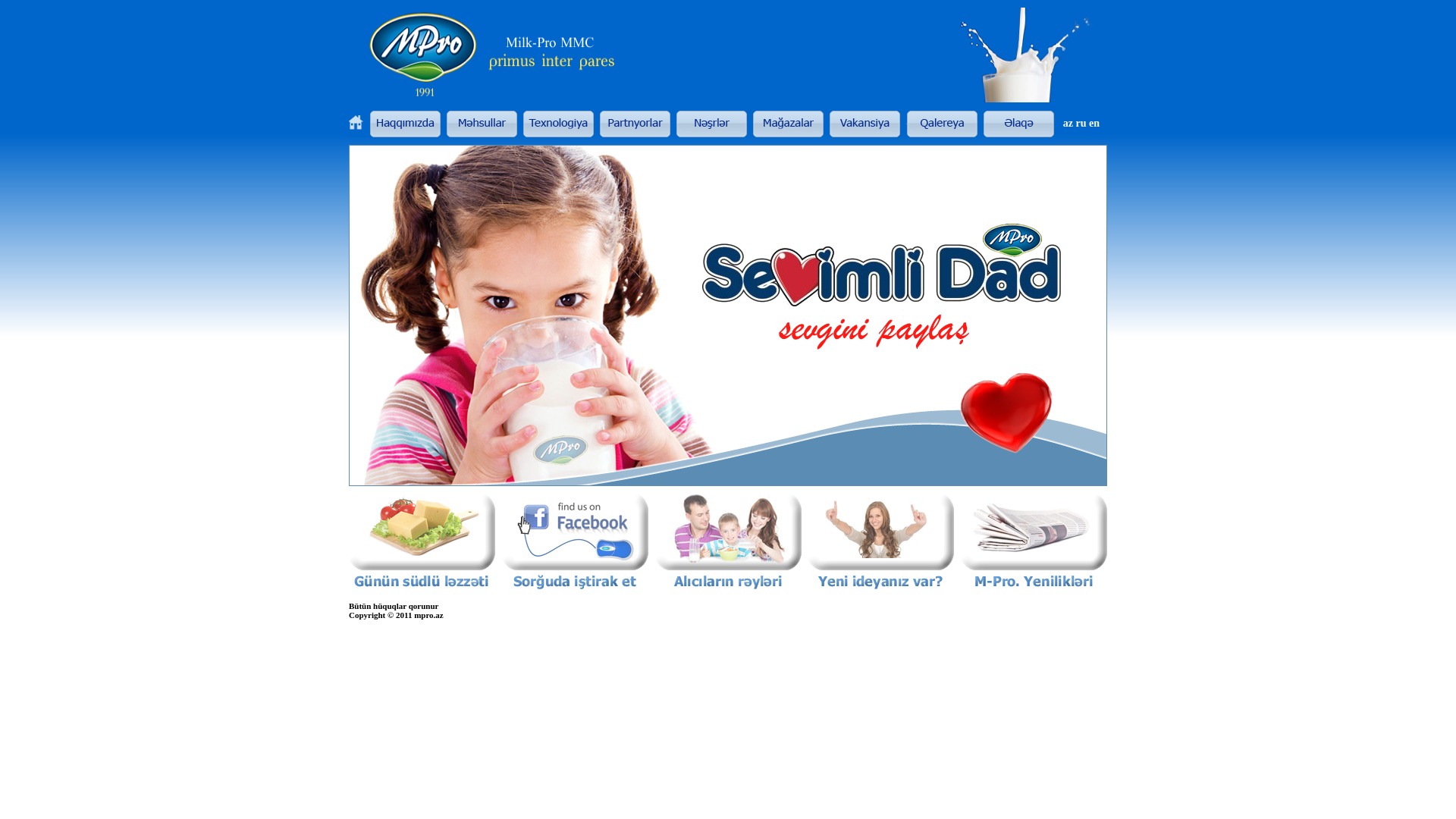  I want to click on 'az', so click(1067, 122).